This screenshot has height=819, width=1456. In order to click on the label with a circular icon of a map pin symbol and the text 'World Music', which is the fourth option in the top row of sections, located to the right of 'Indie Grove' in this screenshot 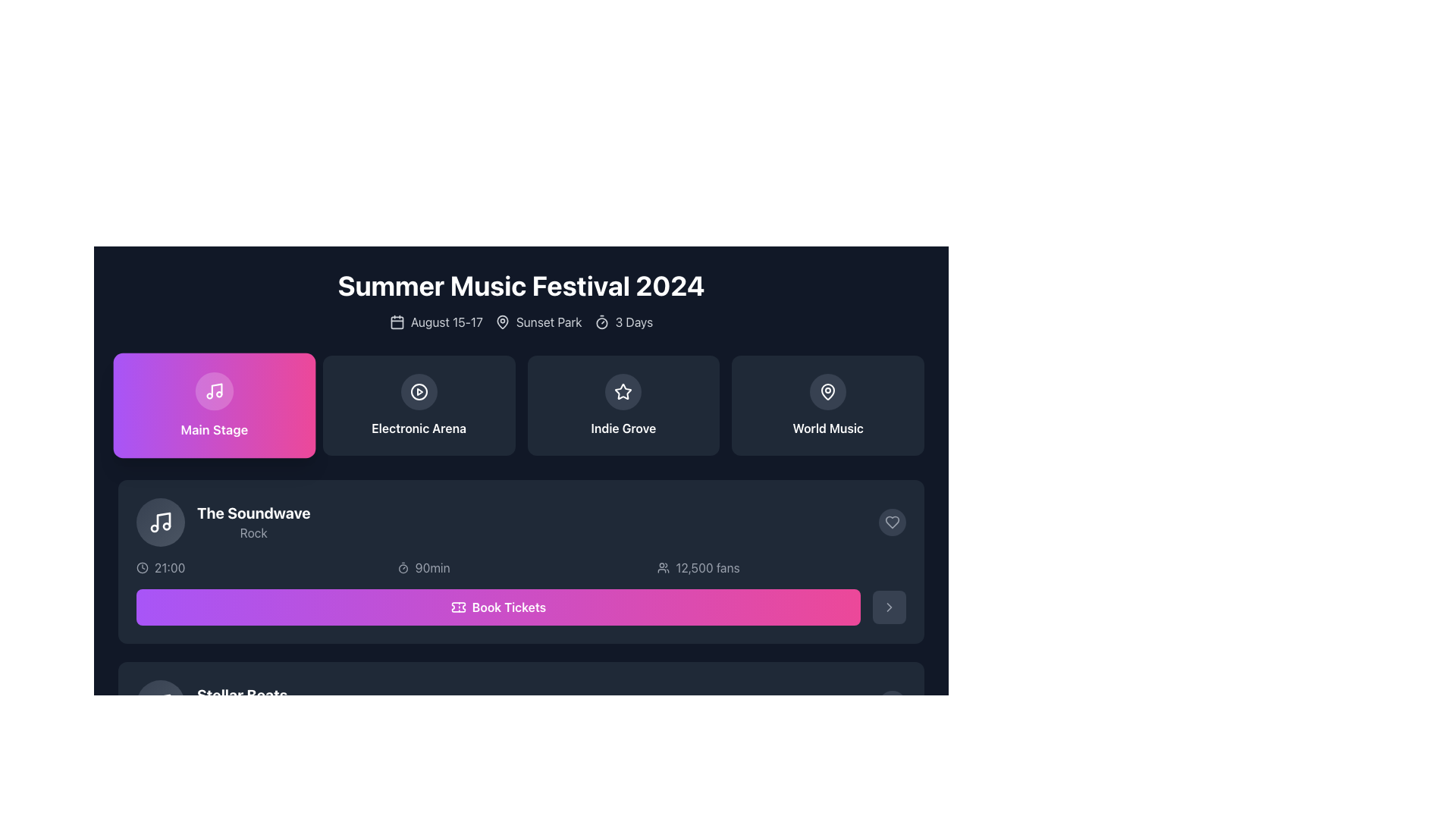, I will do `click(827, 405)`.